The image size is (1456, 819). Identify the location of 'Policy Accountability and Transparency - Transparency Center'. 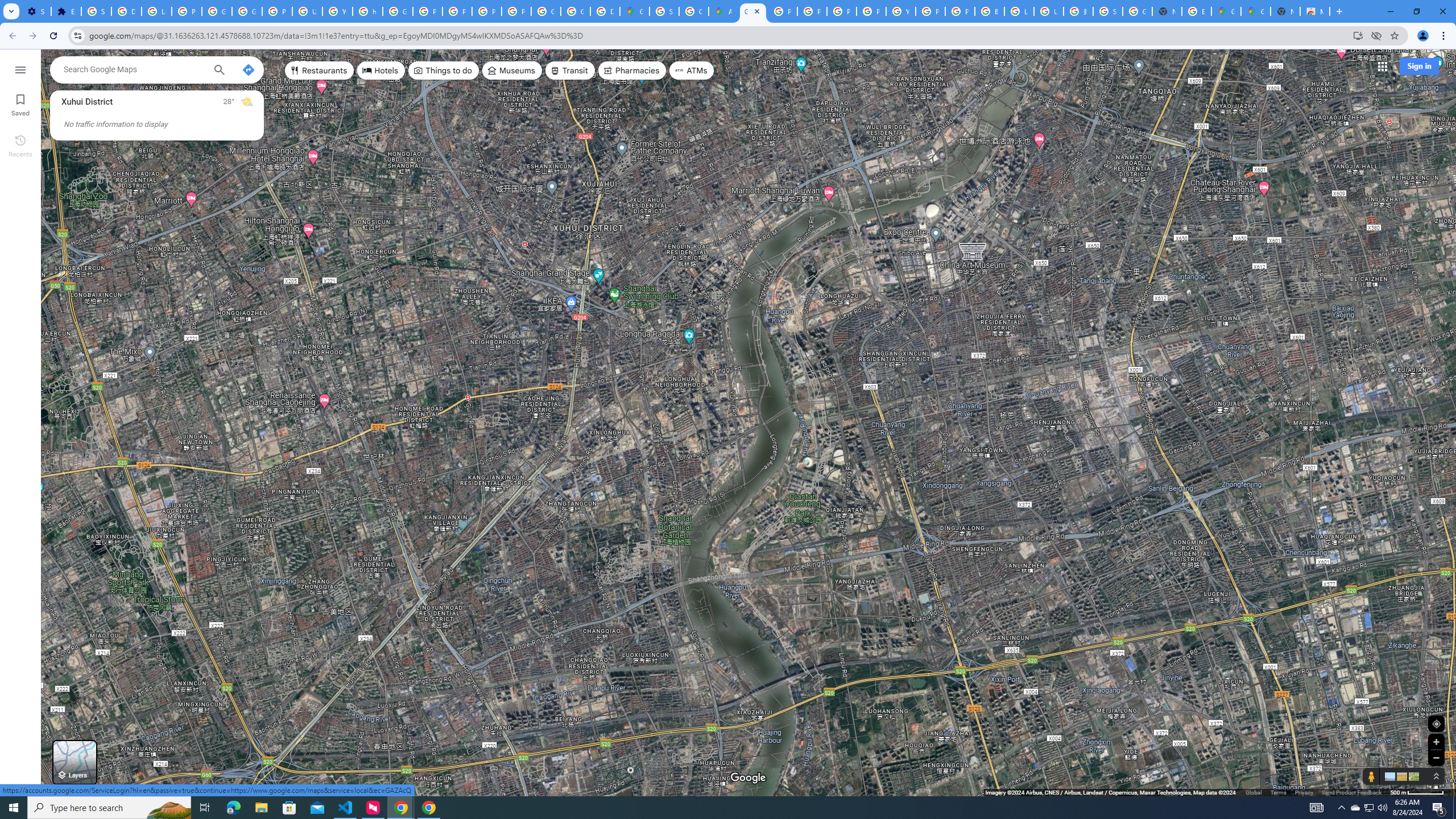
(782, 11).